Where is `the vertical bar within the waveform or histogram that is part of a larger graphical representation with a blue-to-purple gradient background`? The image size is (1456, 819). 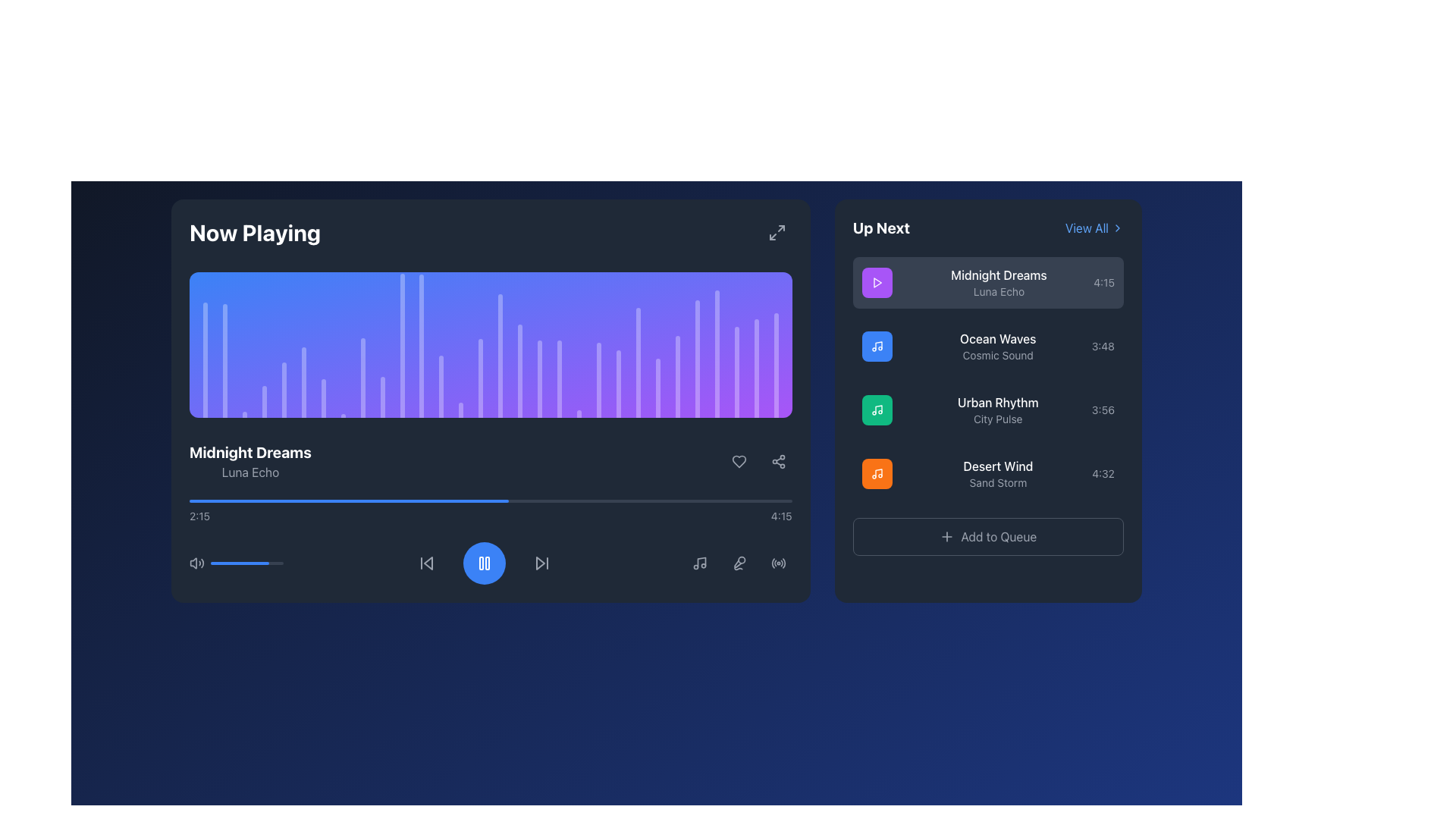 the vertical bar within the waveform or histogram that is part of a larger graphical representation with a blue-to-purple gradient background is located at coordinates (441, 385).